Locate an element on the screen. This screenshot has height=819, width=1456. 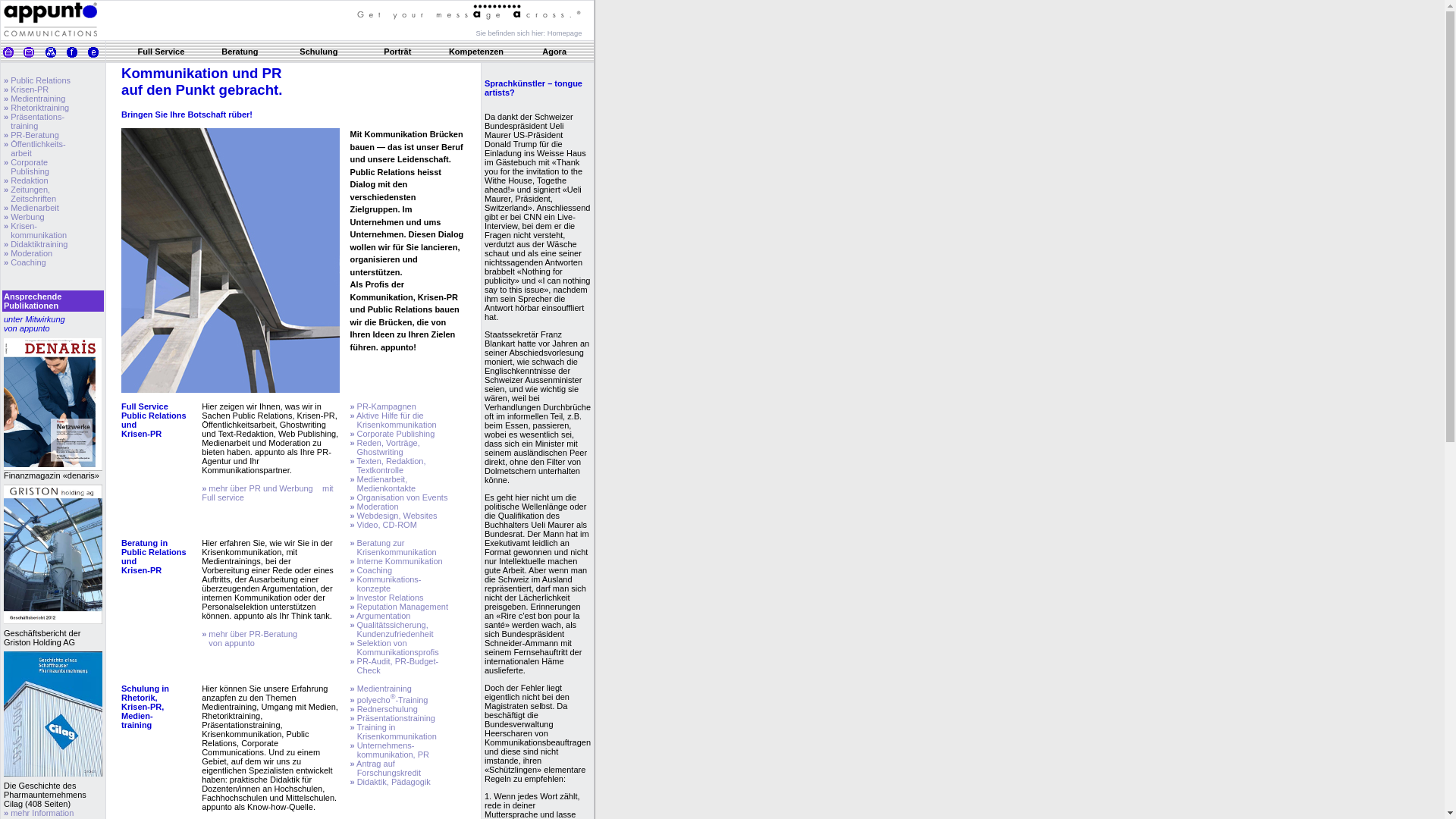
'Antrag auf    Forschungskredit' is located at coordinates (385, 768).